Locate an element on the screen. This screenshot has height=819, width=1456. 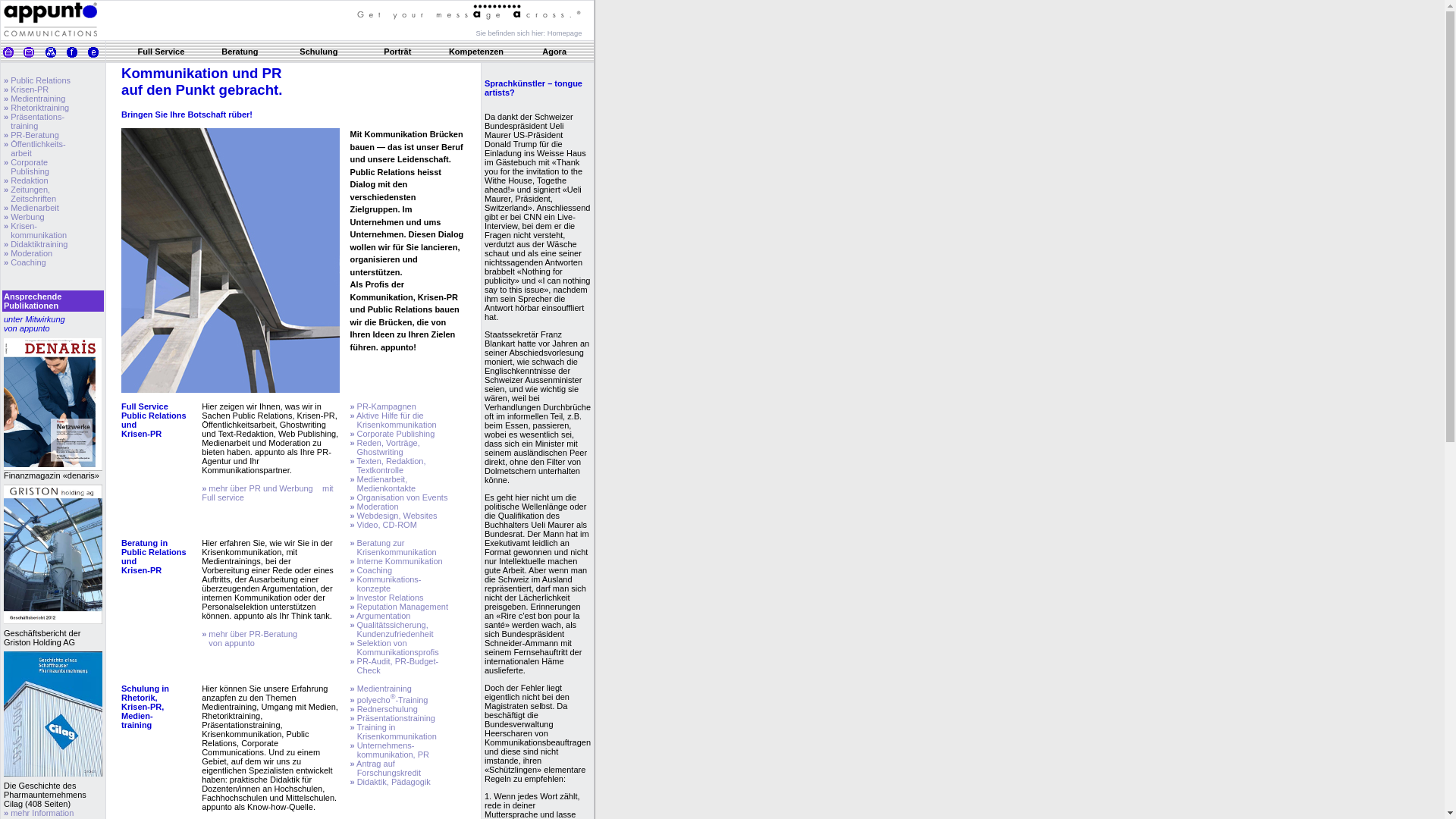
'Antrag auf    Forschungskredit' is located at coordinates (385, 768).